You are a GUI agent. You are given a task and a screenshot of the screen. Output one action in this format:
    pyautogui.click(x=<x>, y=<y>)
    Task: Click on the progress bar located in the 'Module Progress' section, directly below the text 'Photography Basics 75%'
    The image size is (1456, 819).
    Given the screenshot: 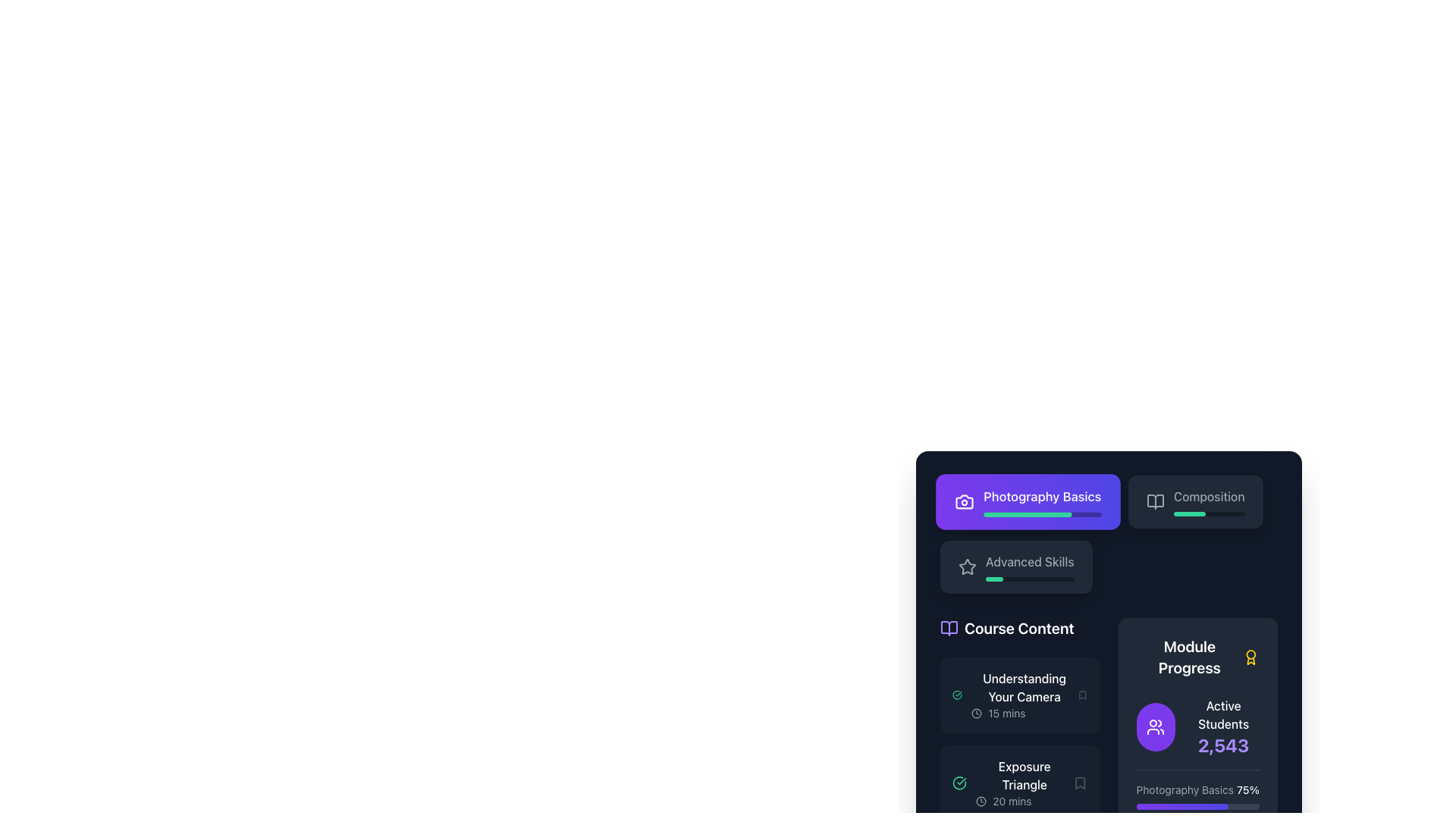 What is the action you would take?
    pyautogui.click(x=1197, y=806)
    